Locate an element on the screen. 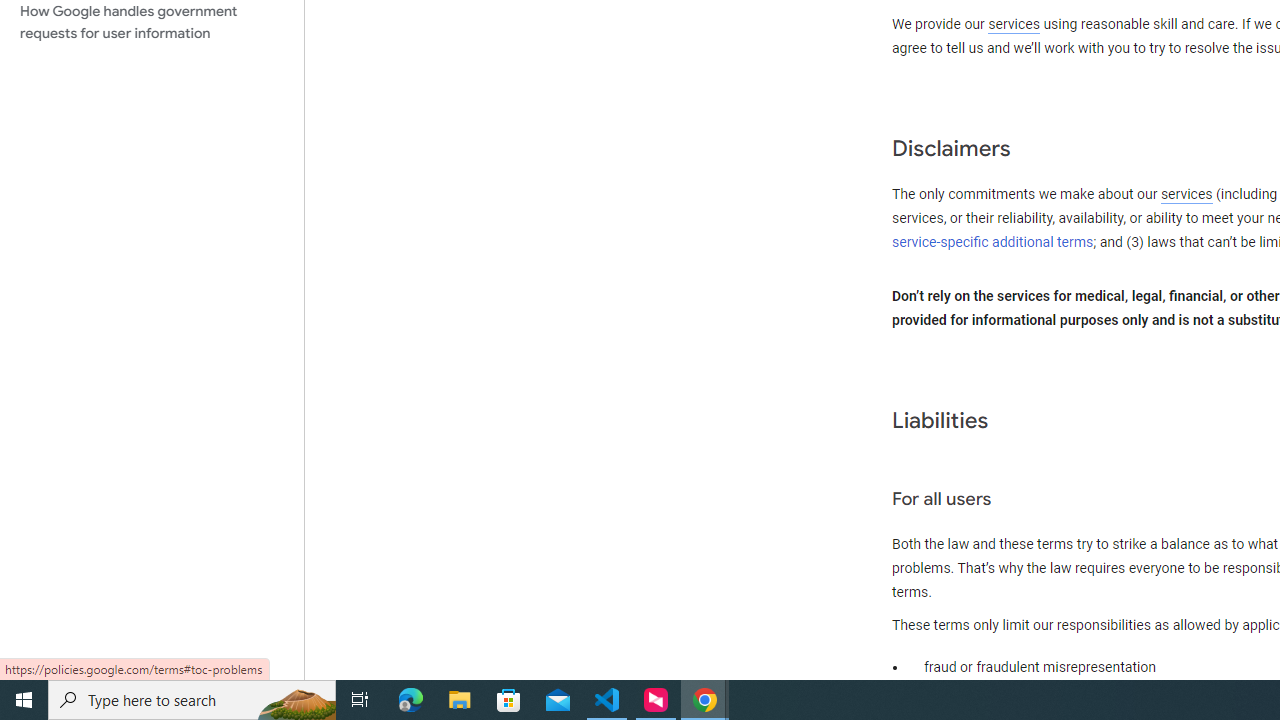 Image resolution: width=1280 pixels, height=720 pixels. 'service-specific additional terms' is located at coordinates (993, 241).